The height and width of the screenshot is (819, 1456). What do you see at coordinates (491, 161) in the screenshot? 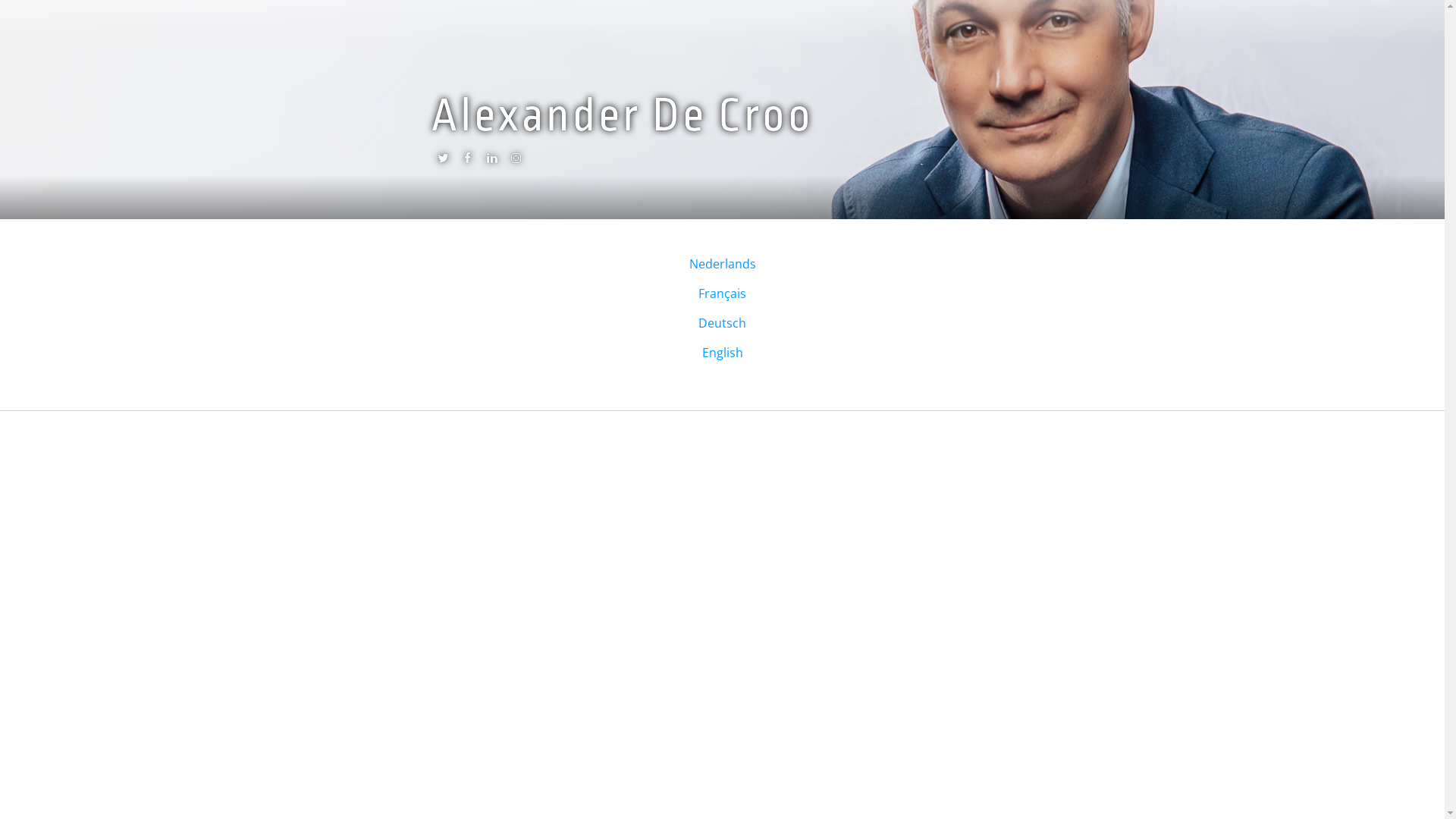
I see `'linkedin'` at bounding box center [491, 161].